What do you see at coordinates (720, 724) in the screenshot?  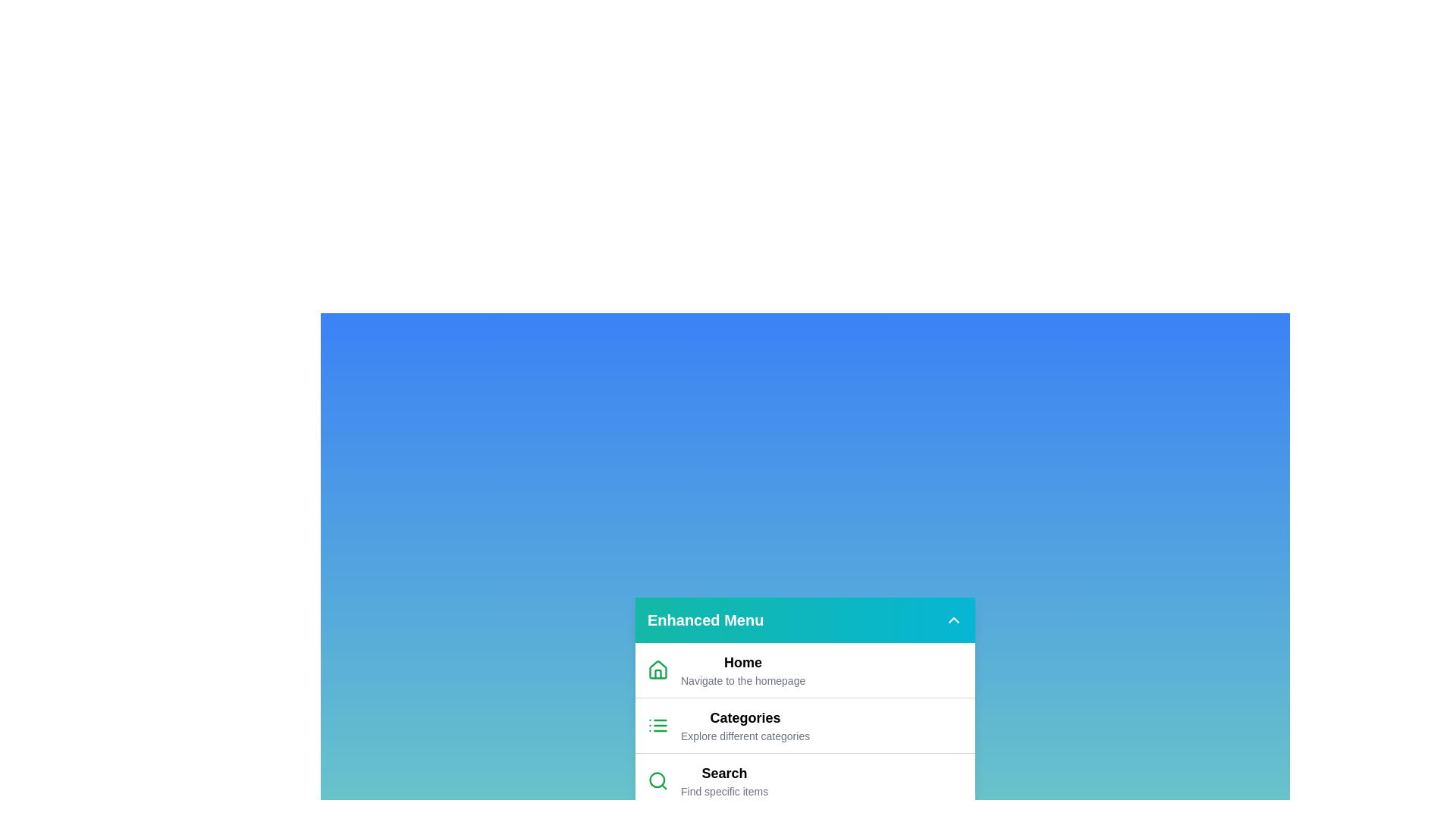 I see `the menu item labeled Categories` at bounding box center [720, 724].